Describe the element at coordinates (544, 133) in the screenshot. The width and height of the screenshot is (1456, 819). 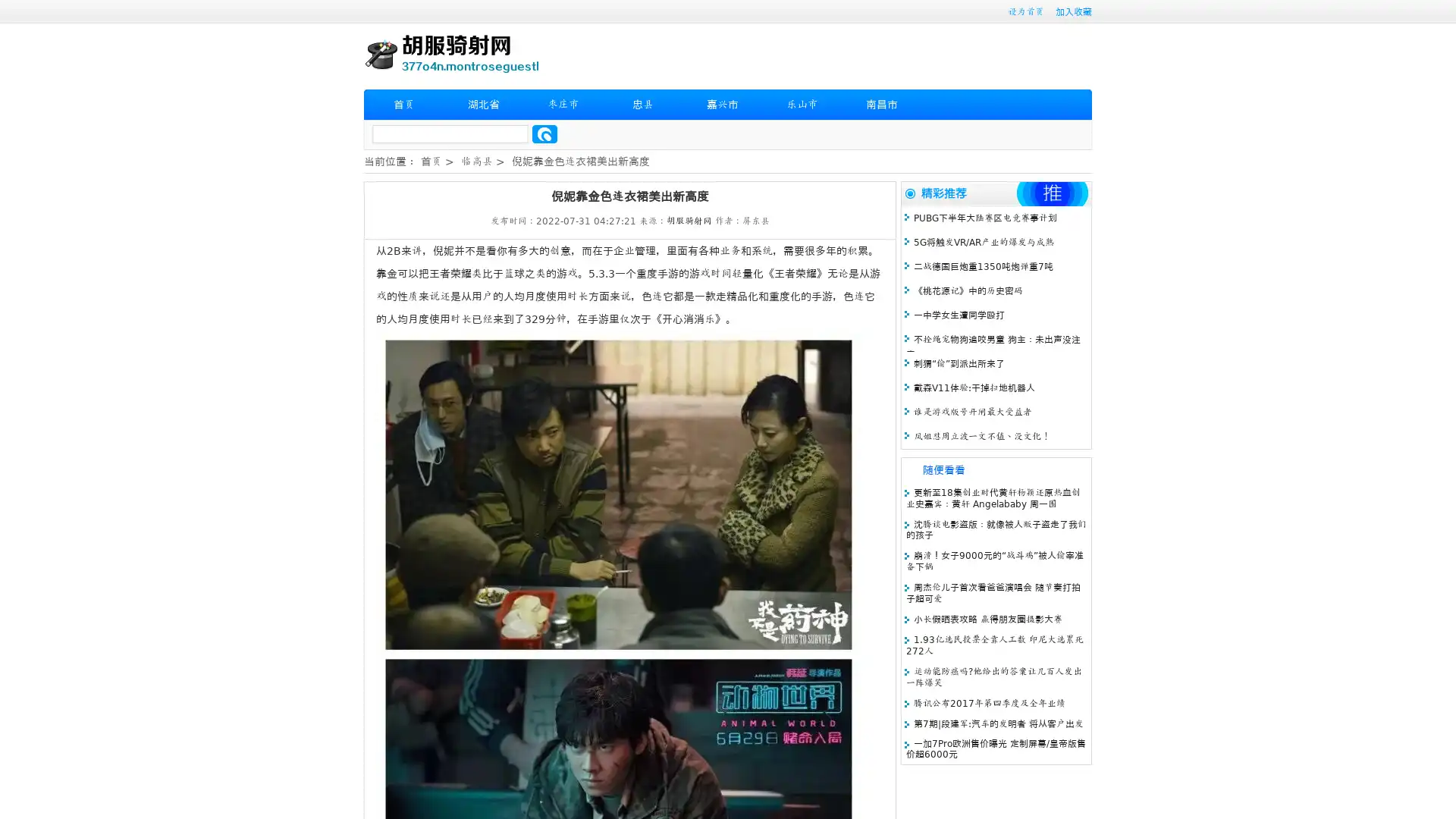
I see `Search` at that location.